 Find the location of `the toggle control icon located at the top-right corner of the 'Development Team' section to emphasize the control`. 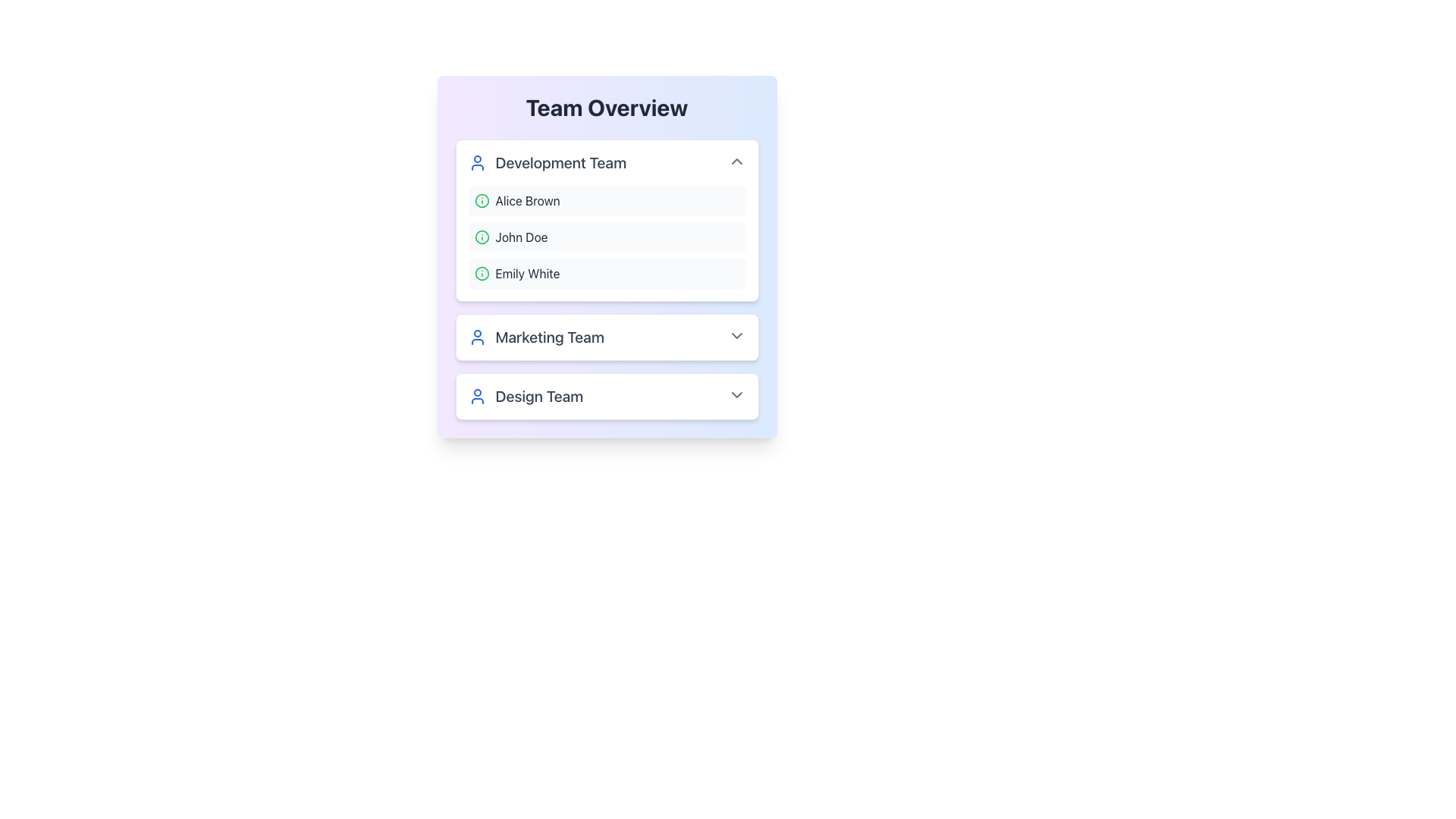

the toggle control icon located at the top-right corner of the 'Development Team' section to emphasize the control is located at coordinates (736, 161).